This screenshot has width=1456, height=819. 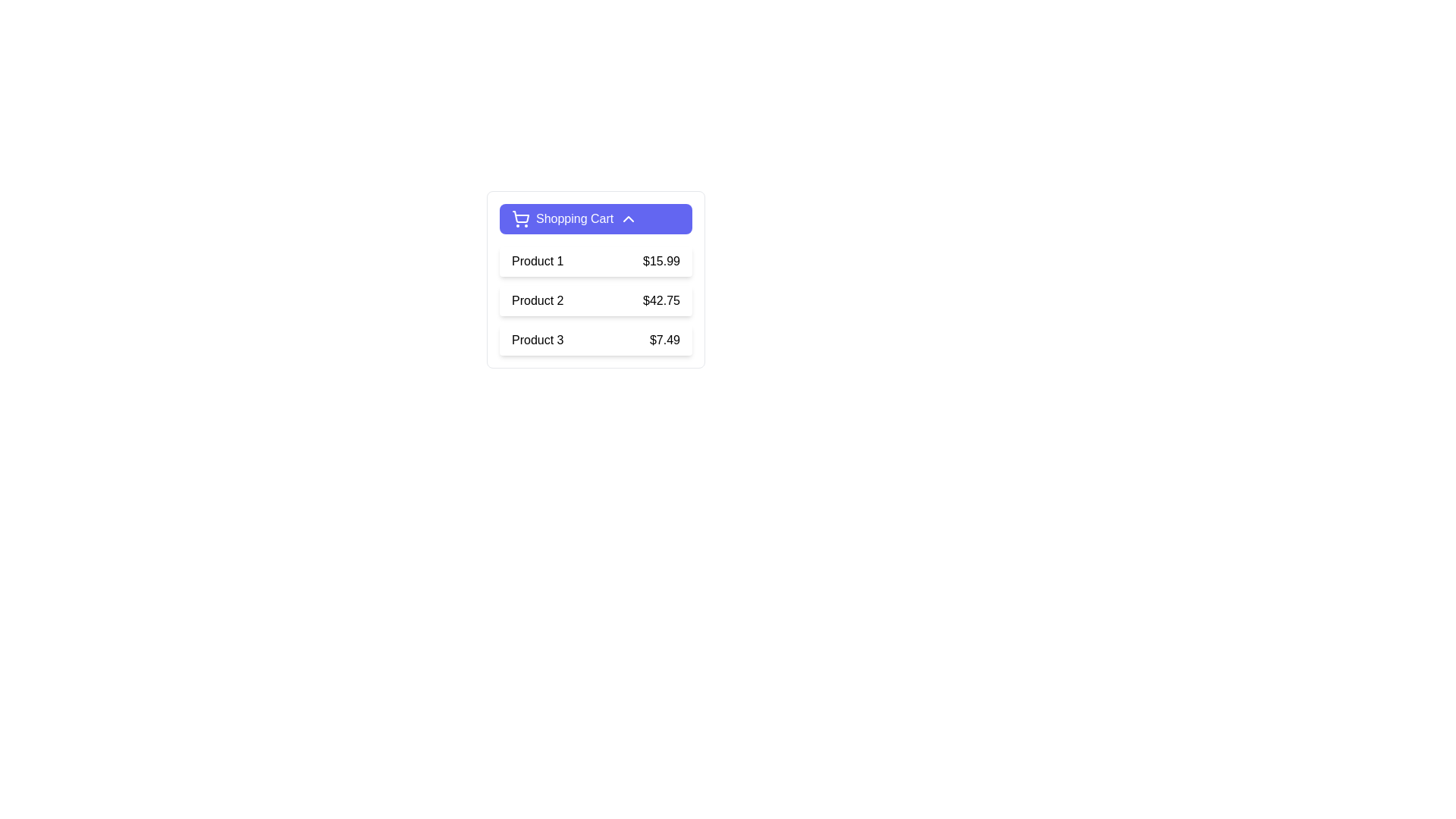 I want to click on the label displaying 'Product 1', which is positioned to the left of the price '$15.99' in the product list, so click(x=538, y=260).